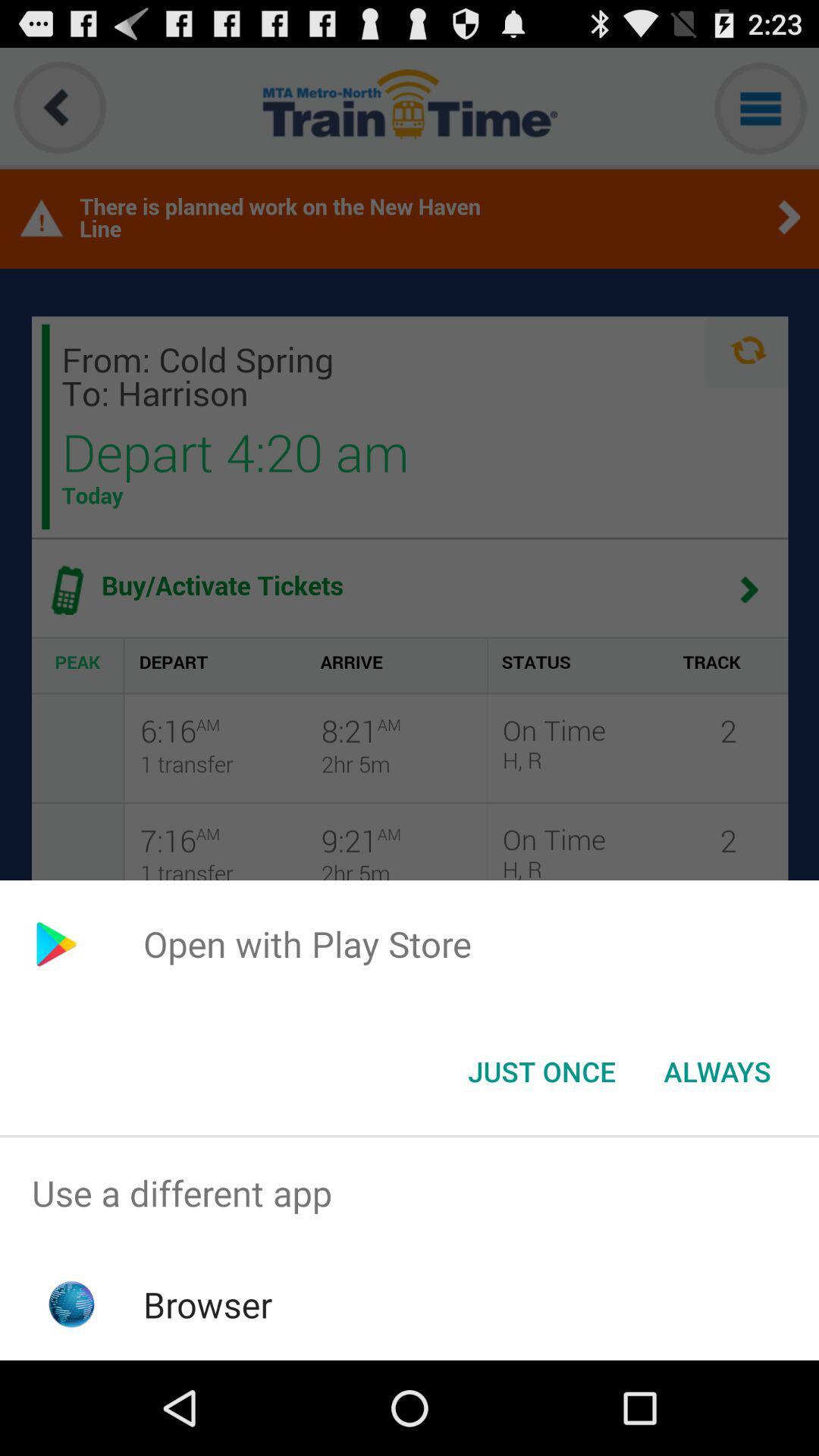  What do you see at coordinates (409, 1192) in the screenshot?
I see `the use a different item` at bounding box center [409, 1192].